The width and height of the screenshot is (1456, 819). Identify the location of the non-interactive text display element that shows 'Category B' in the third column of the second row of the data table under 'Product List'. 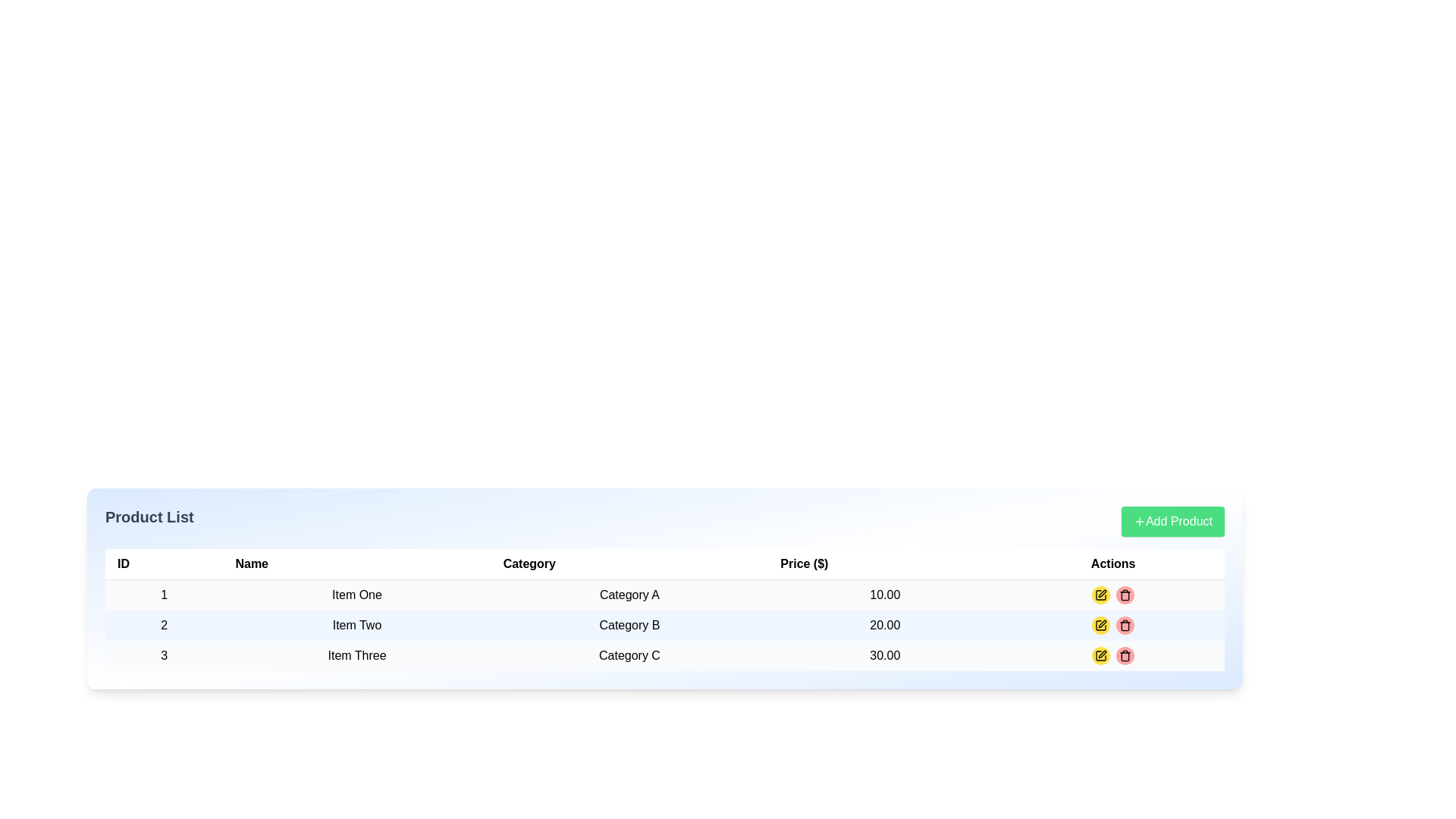
(629, 626).